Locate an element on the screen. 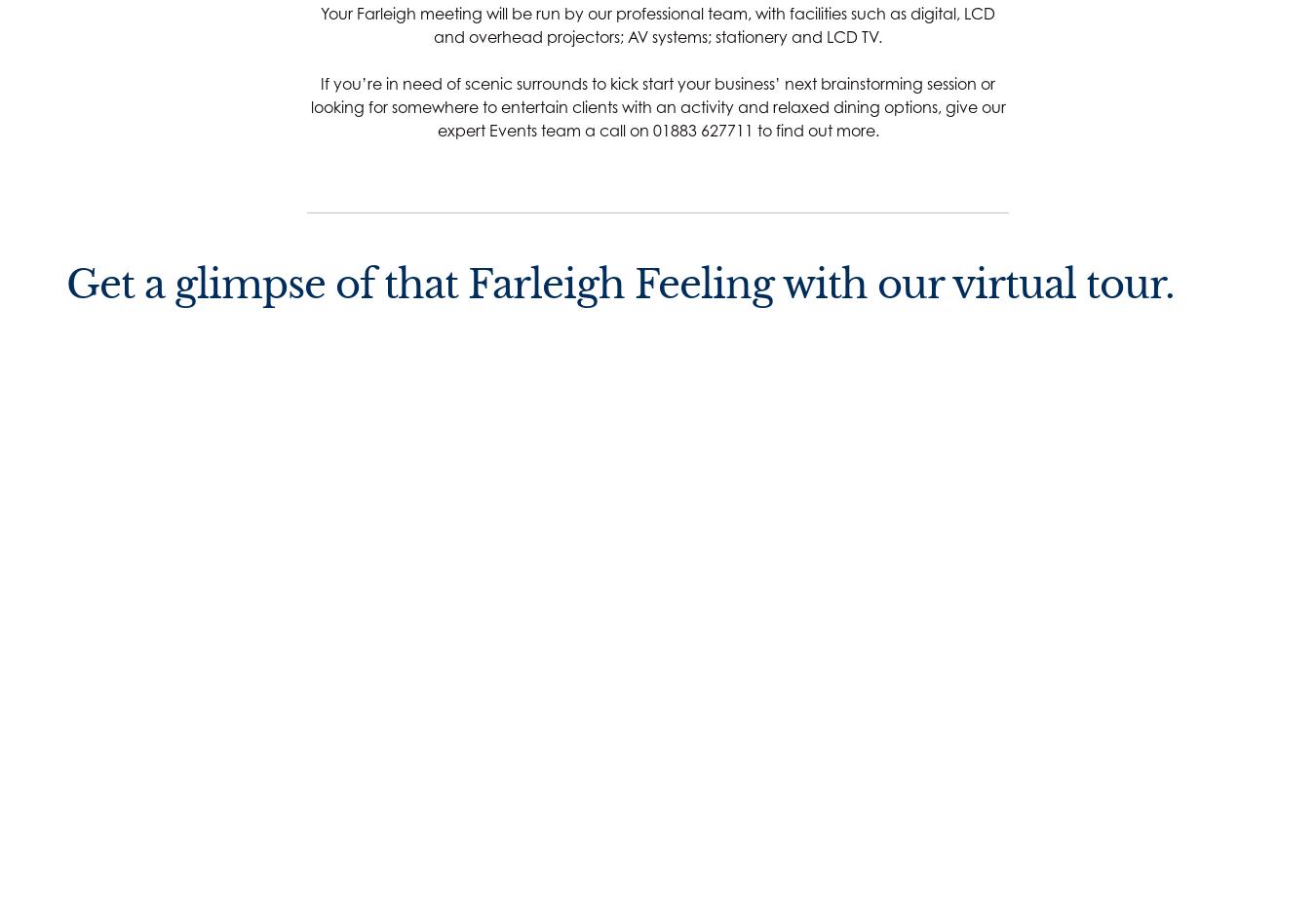 This screenshot has height=921, width=1316. 'enquiries@farleighfox.co.uk' is located at coordinates (439, 830).